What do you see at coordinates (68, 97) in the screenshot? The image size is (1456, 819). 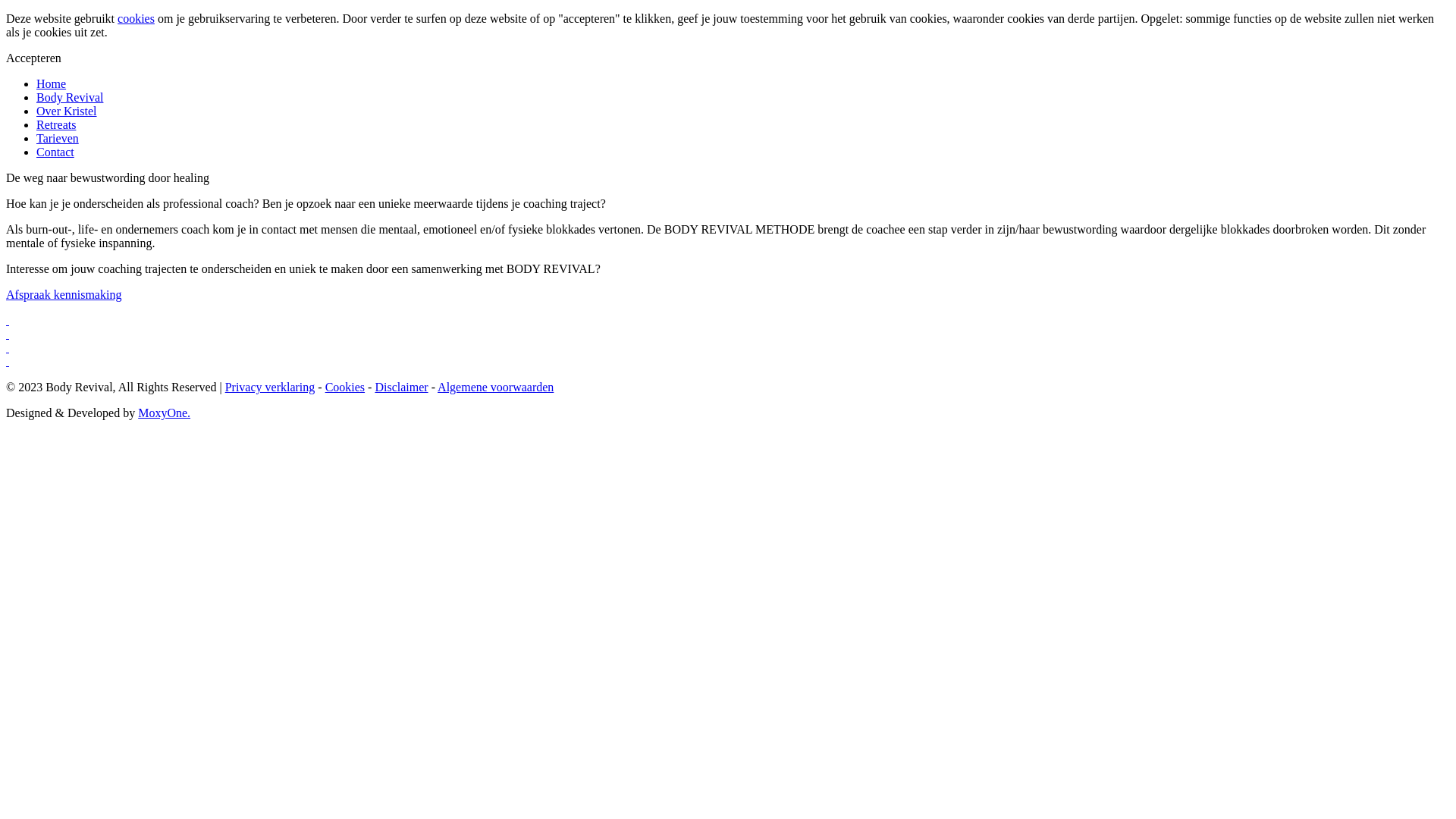 I see `'Body Revival'` at bounding box center [68, 97].